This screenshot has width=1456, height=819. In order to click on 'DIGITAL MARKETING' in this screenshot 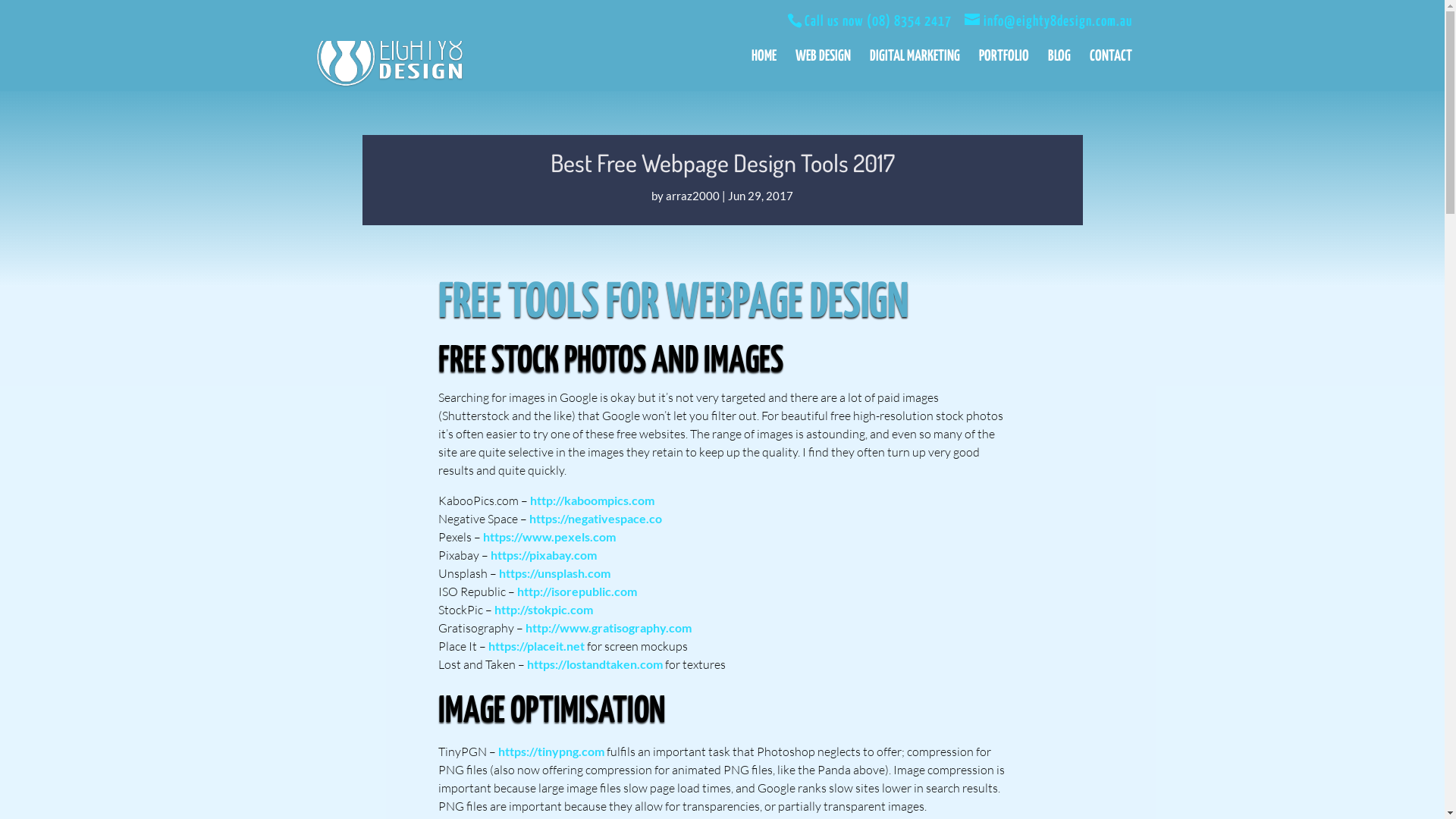, I will do `click(913, 71)`.